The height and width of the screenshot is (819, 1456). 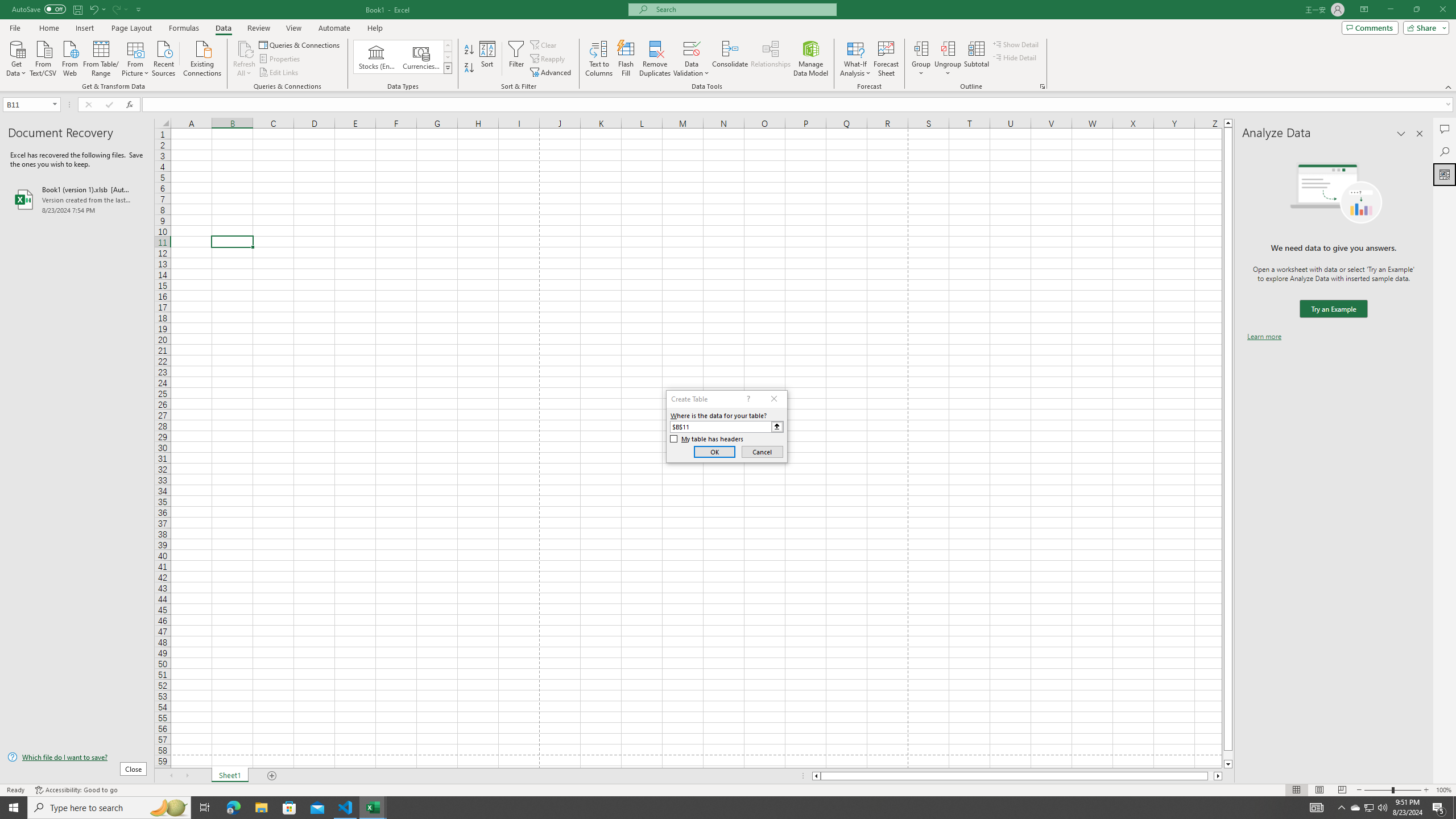 What do you see at coordinates (1370, 27) in the screenshot?
I see `'Comments'` at bounding box center [1370, 27].